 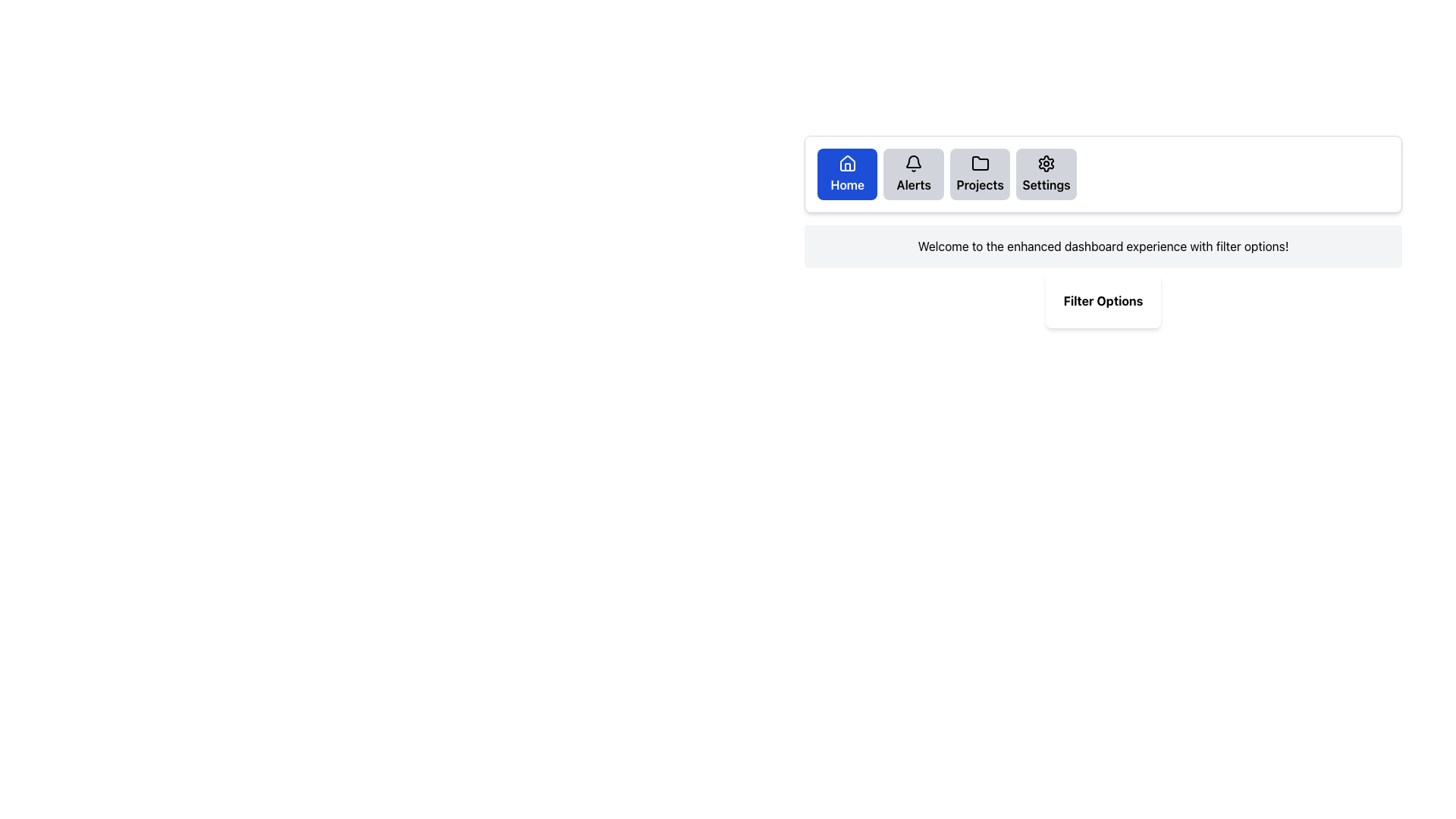 I want to click on the button labeled 'Projects', which is the third button in a horizontal grid layout at the top-right section of the page, so click(x=980, y=174).